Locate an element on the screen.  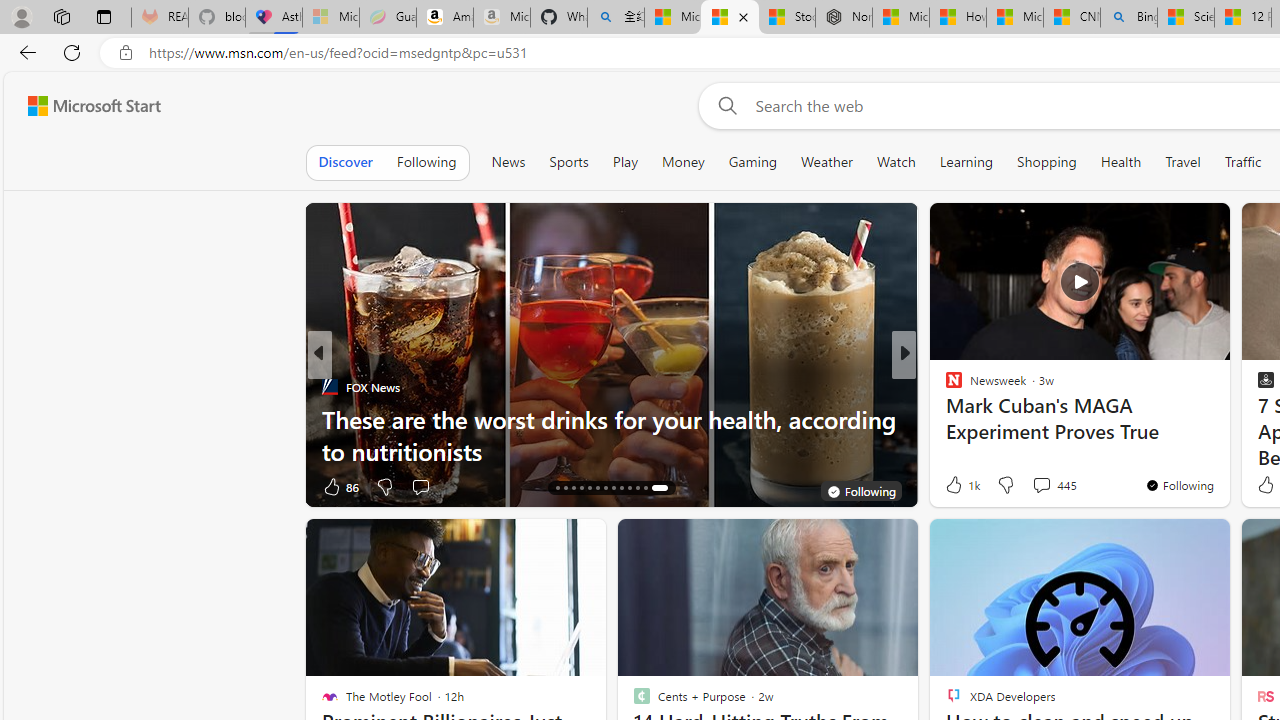
'AutomationID: tab-20' is located at coordinates (605, 488).